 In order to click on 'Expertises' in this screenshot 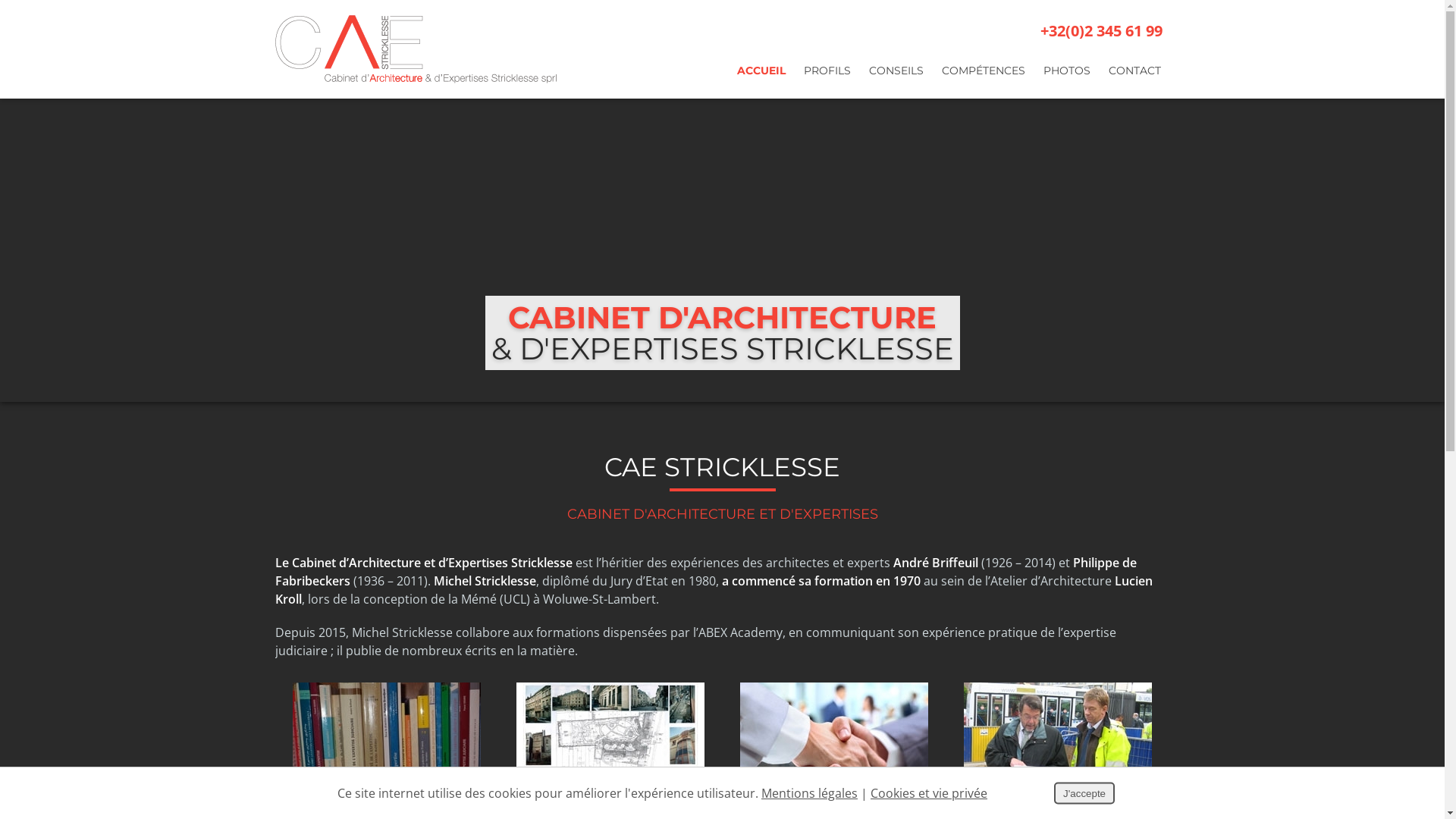, I will do `click(386, 745)`.